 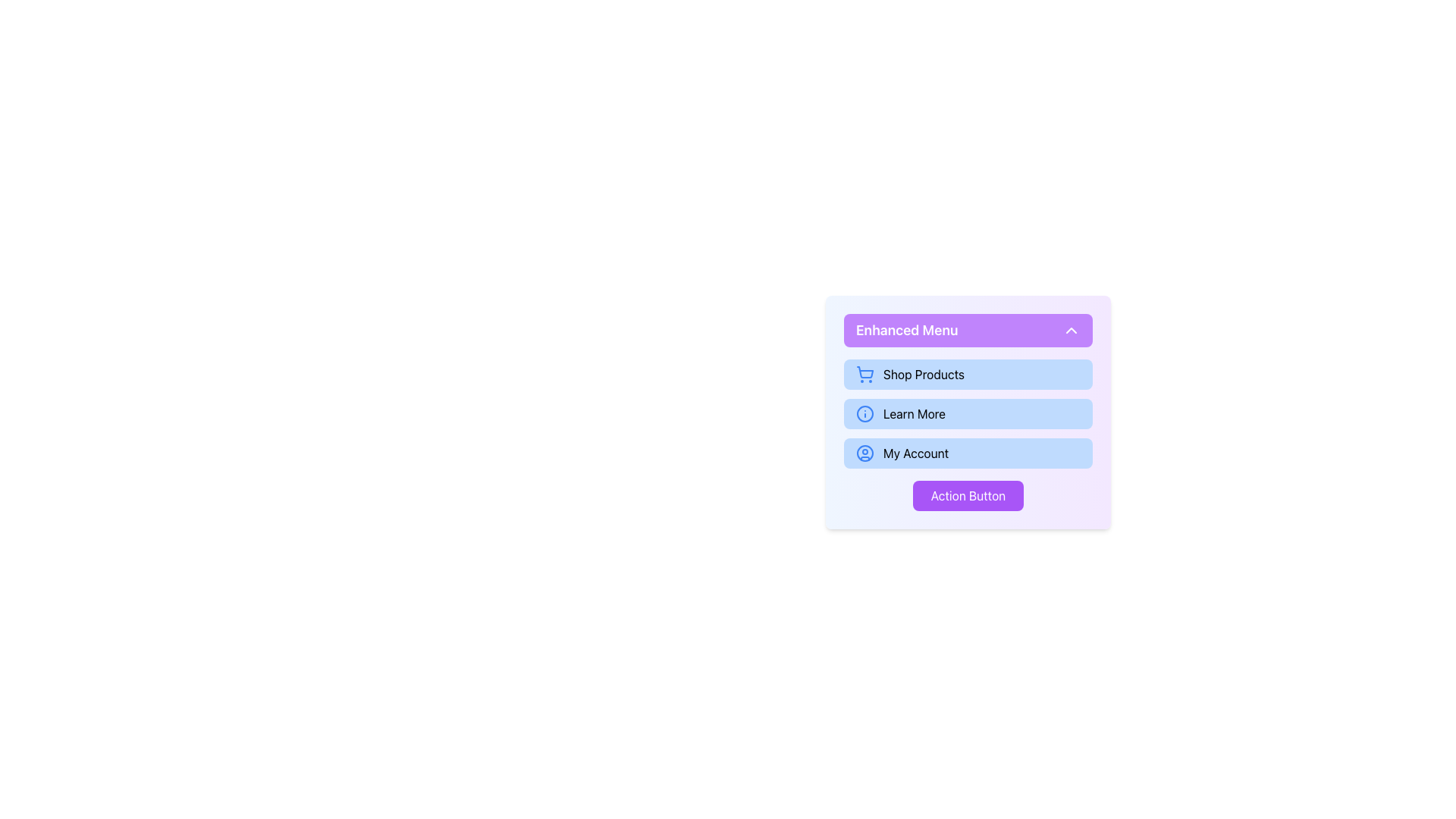 I want to click on the outermost circular layer of the user profile icon associated with the 'My Account' menu option, which is a decorative graphic element with a blue outline located in the third row of the menu, so click(x=865, y=452).